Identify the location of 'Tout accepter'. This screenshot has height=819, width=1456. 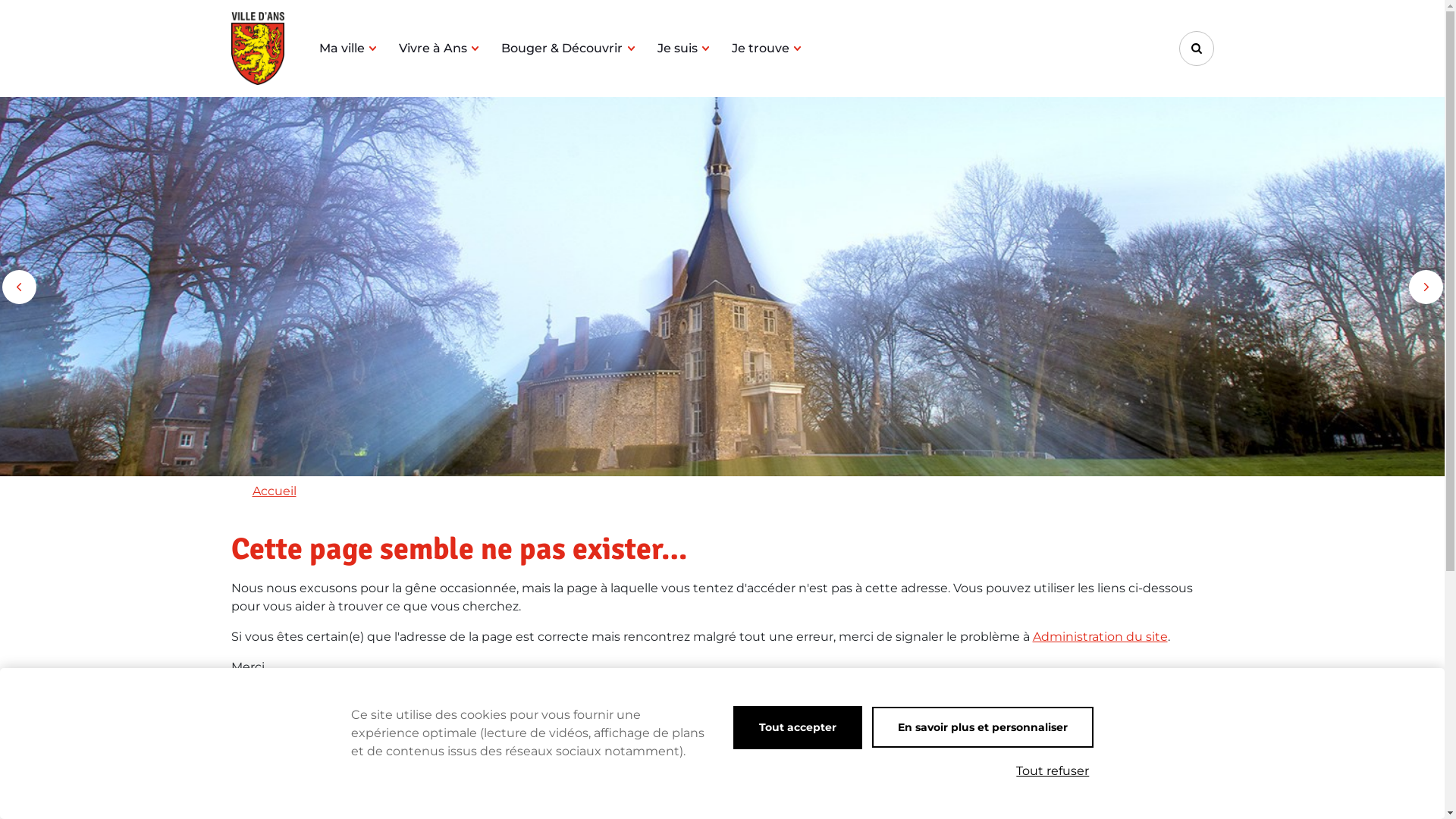
(796, 726).